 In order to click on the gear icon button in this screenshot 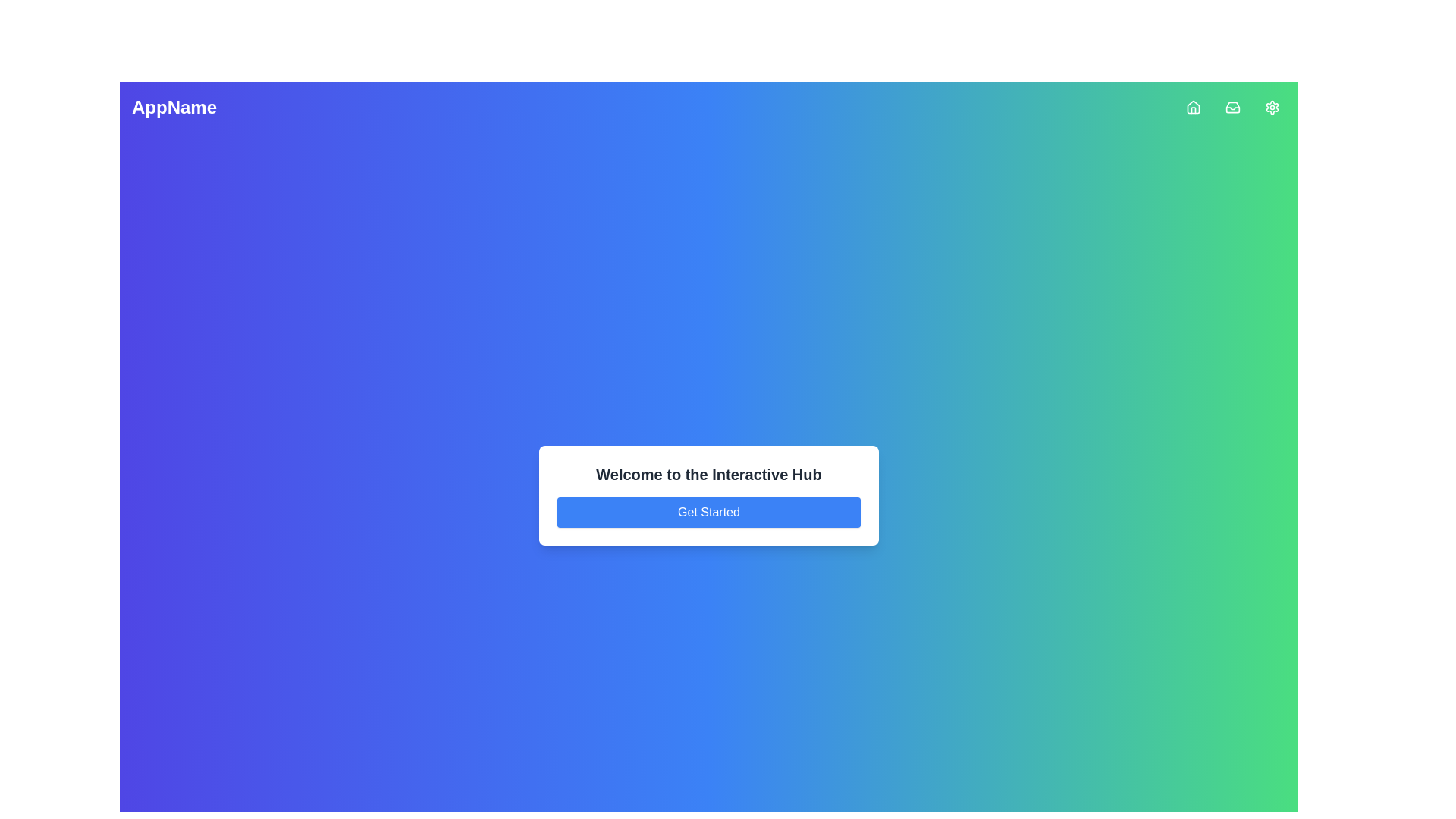, I will do `click(1272, 107)`.